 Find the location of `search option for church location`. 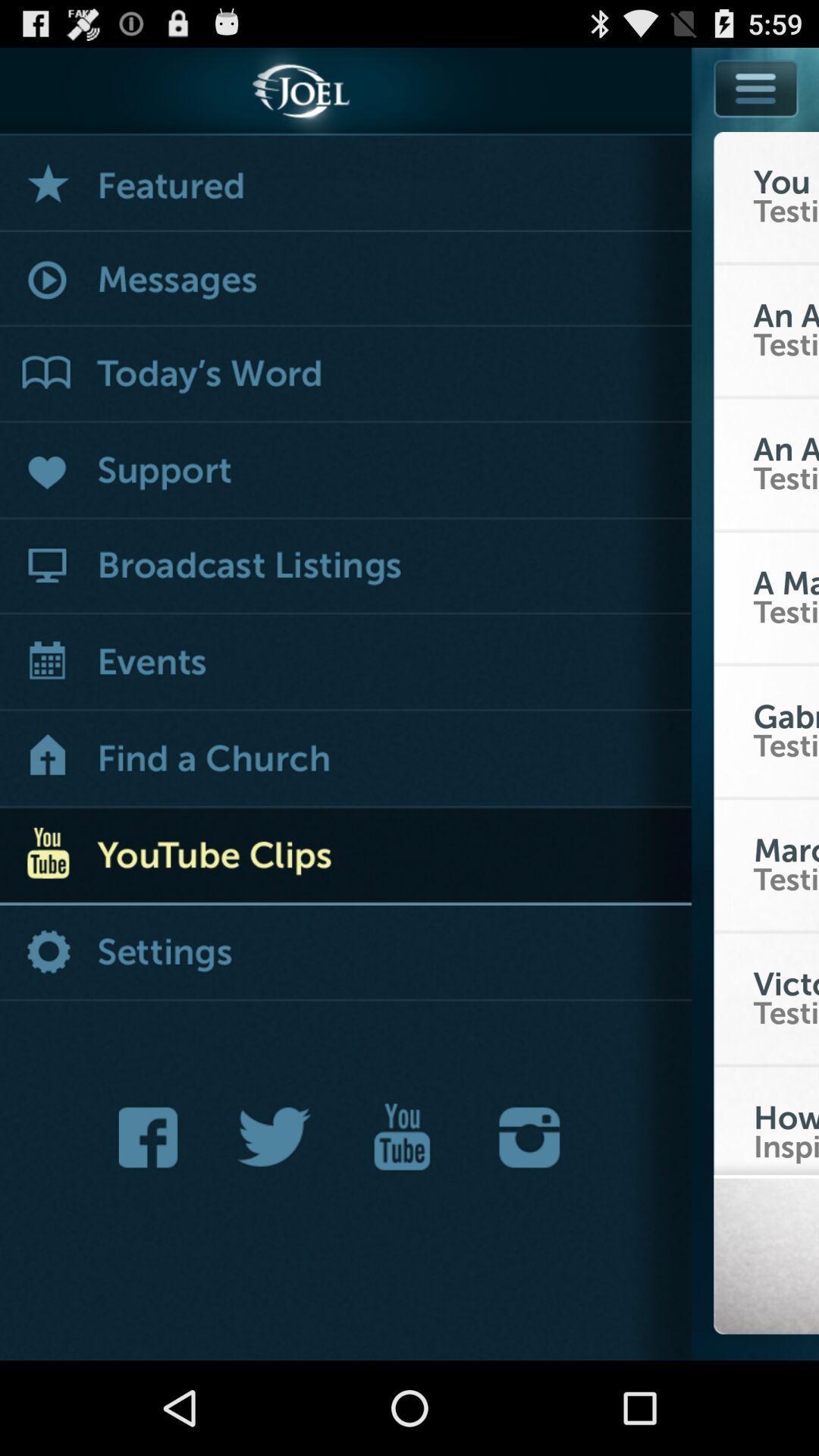

search option for church location is located at coordinates (345, 760).